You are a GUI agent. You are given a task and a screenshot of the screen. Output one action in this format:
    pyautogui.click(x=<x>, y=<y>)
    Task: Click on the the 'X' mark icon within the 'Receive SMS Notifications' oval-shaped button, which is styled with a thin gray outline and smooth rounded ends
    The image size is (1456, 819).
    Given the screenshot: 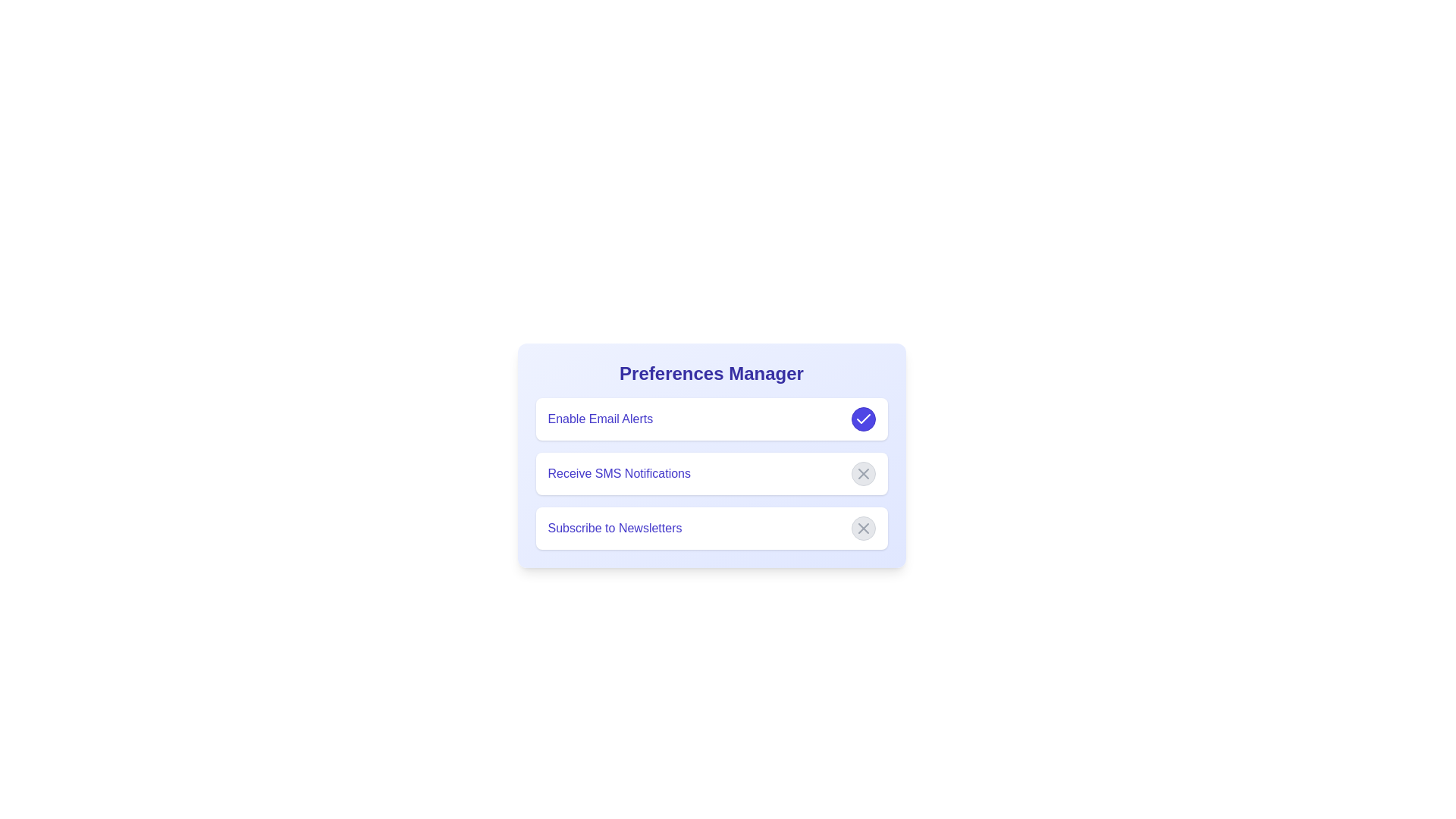 What is the action you would take?
    pyautogui.click(x=863, y=528)
    